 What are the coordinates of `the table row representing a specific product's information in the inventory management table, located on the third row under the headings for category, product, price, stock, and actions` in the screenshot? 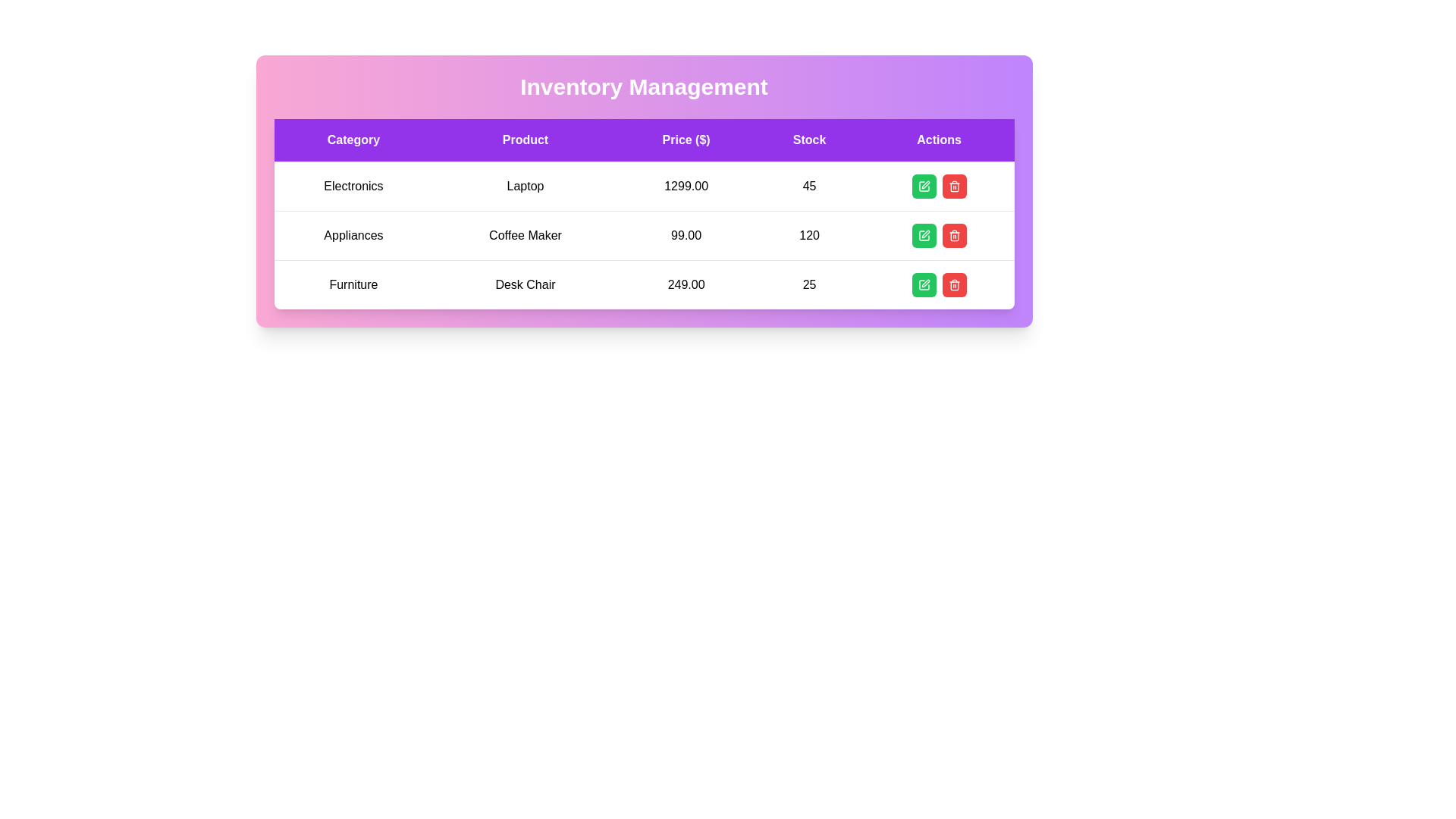 It's located at (644, 284).